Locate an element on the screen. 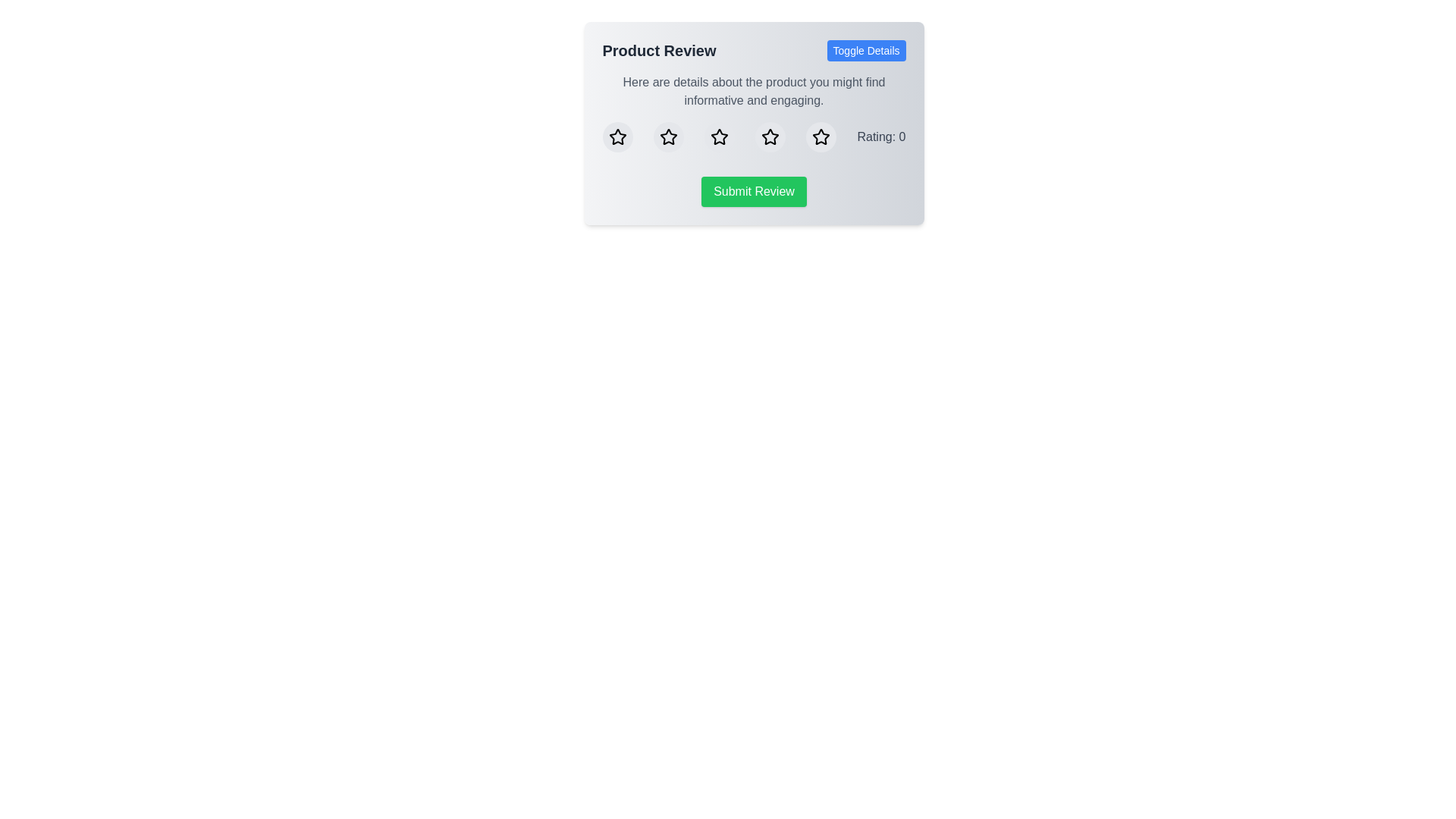  the star corresponding to the desired rating 4 is located at coordinates (770, 137).